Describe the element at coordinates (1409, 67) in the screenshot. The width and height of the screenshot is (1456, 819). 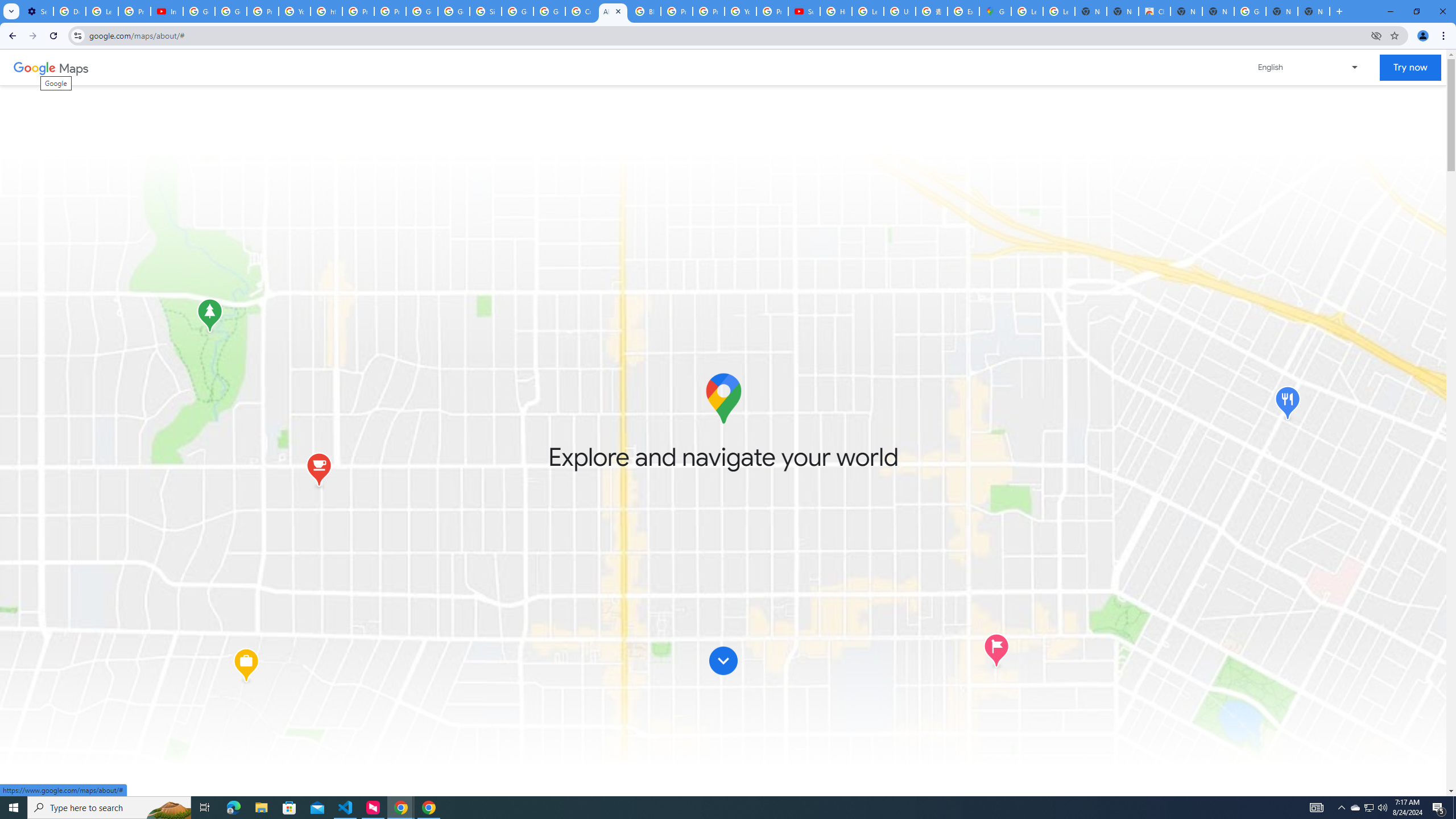
I see `'Try now'` at that location.